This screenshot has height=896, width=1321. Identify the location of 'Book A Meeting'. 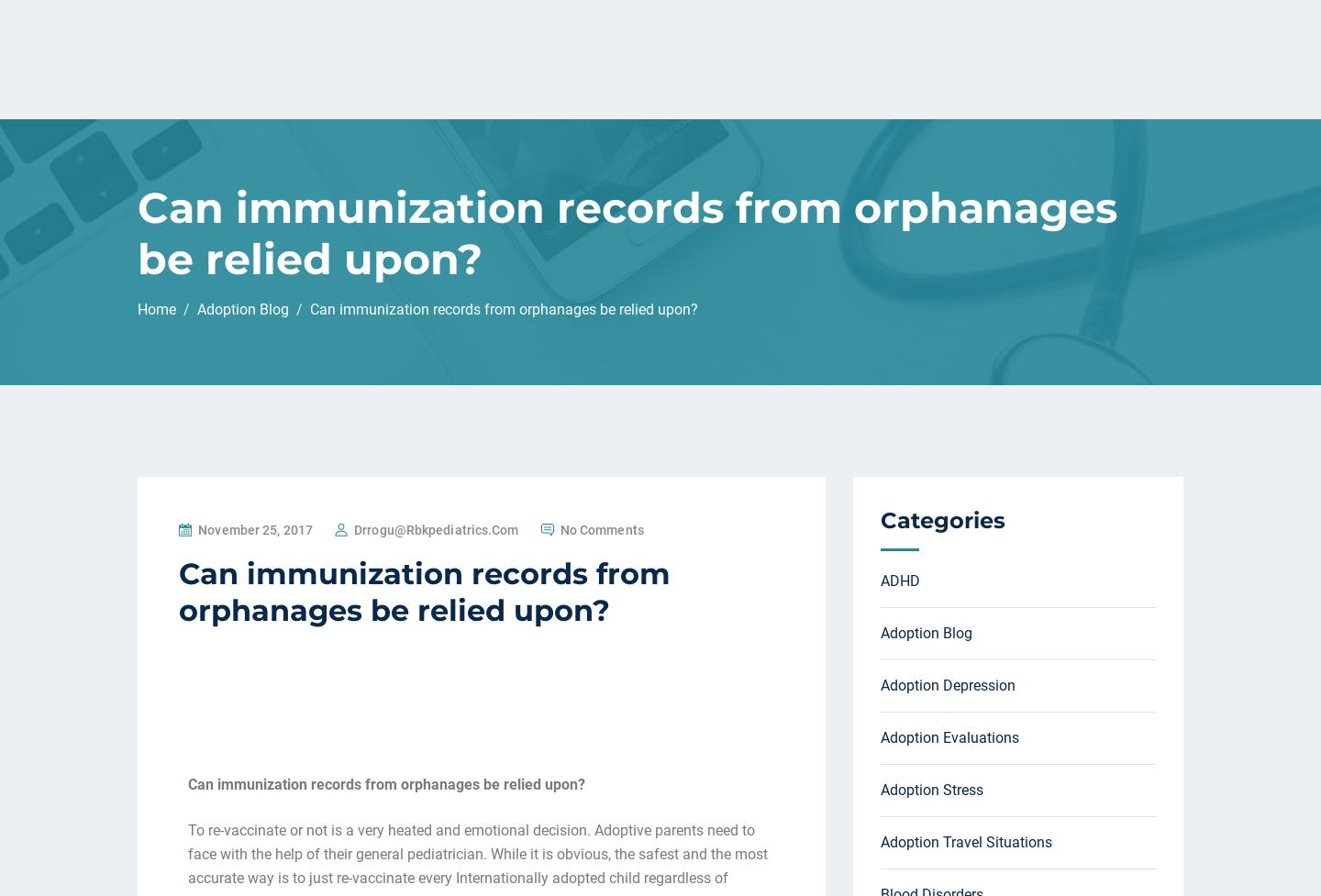
(935, 39).